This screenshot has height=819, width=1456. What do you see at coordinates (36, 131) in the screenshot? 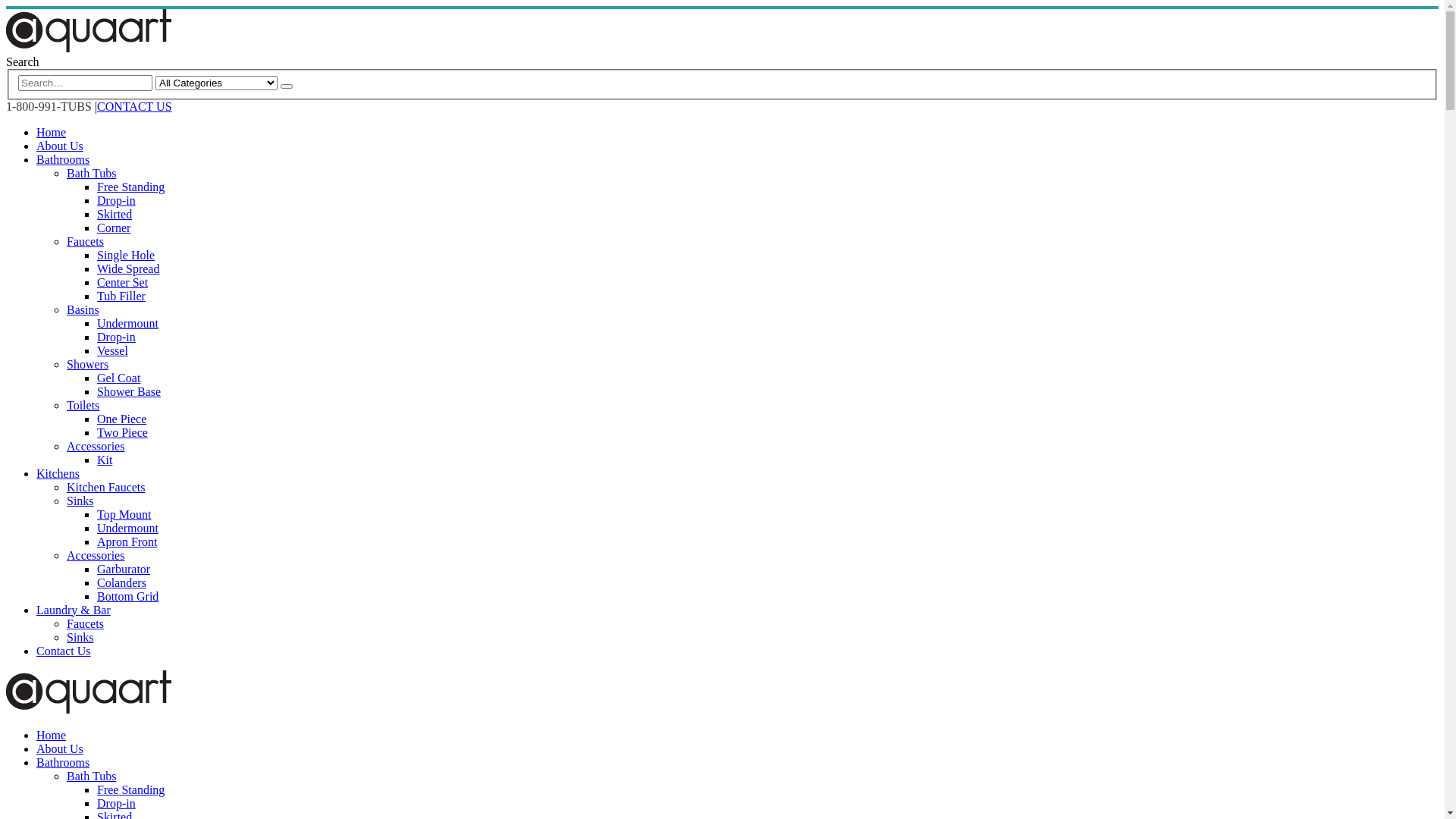
I see `'Home'` at bounding box center [36, 131].